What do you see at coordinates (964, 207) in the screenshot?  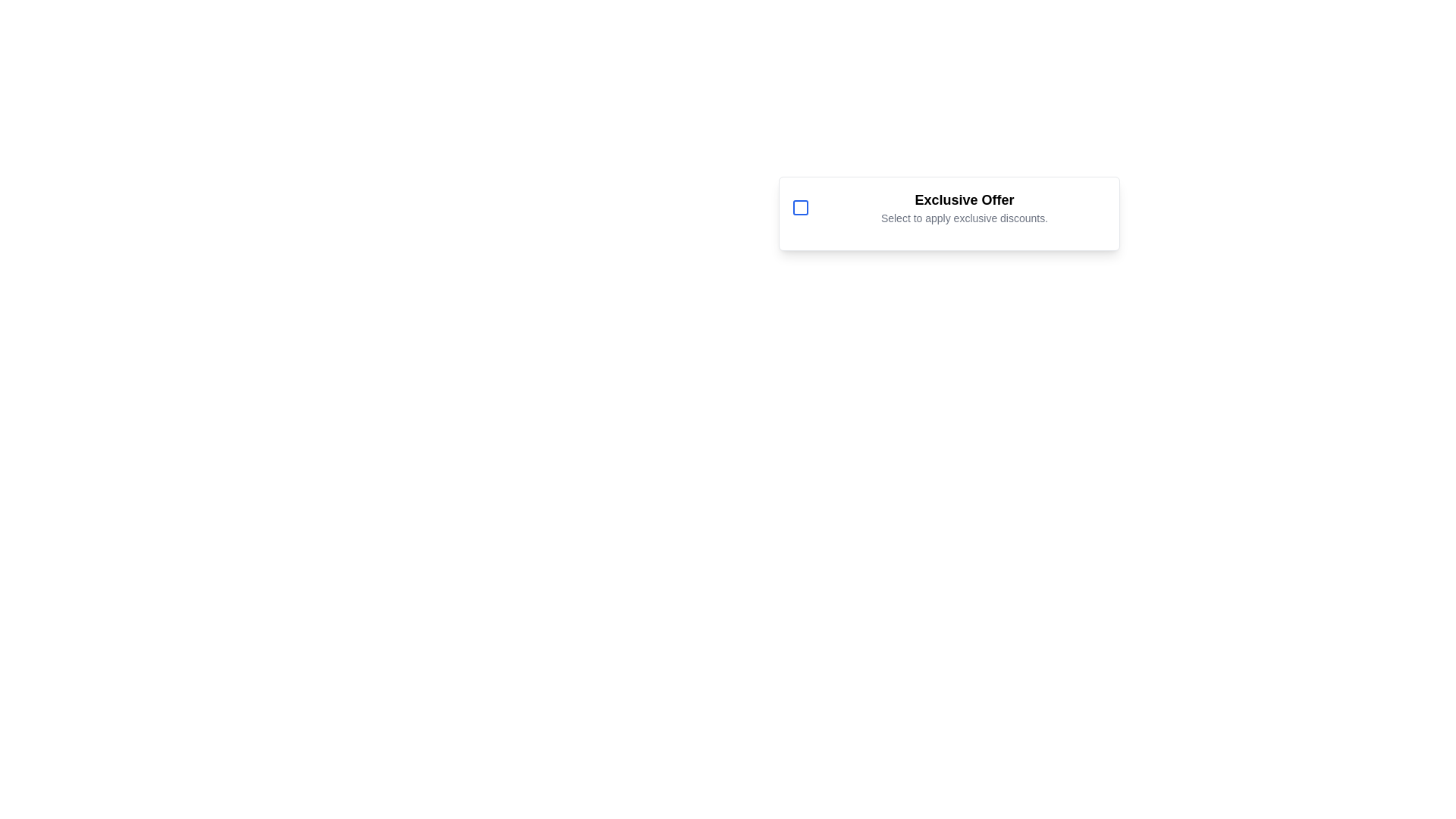 I see `informational text component displaying the heading 'Exclusive Offer' and the description 'Select to apply exclusive discounts.'` at bounding box center [964, 207].